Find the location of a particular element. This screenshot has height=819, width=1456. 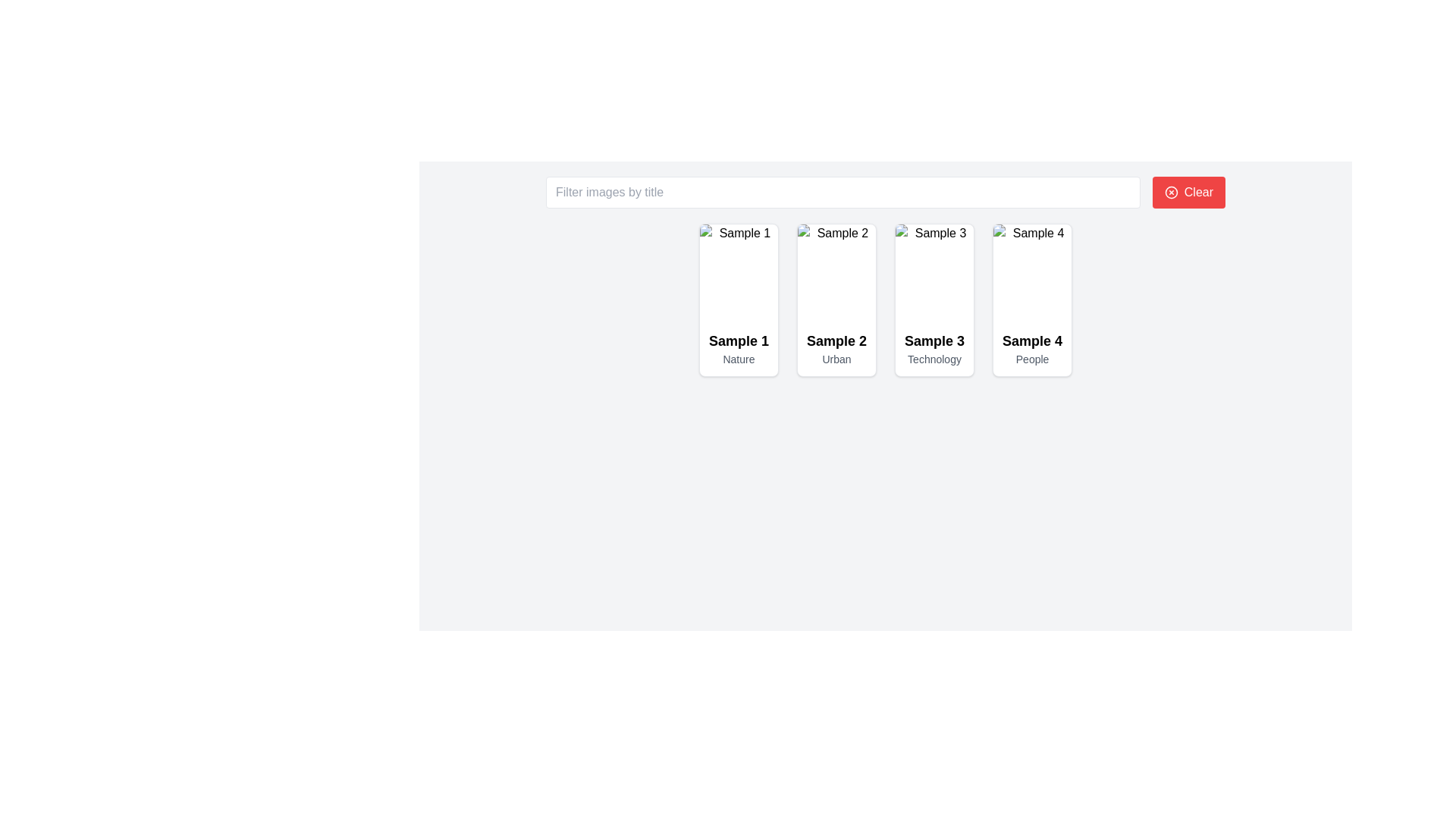

the Text Display Component which shows 'Sample 2' in bold and 'Urban' in smaller gray text, located in the second column of the grid layout is located at coordinates (836, 348).